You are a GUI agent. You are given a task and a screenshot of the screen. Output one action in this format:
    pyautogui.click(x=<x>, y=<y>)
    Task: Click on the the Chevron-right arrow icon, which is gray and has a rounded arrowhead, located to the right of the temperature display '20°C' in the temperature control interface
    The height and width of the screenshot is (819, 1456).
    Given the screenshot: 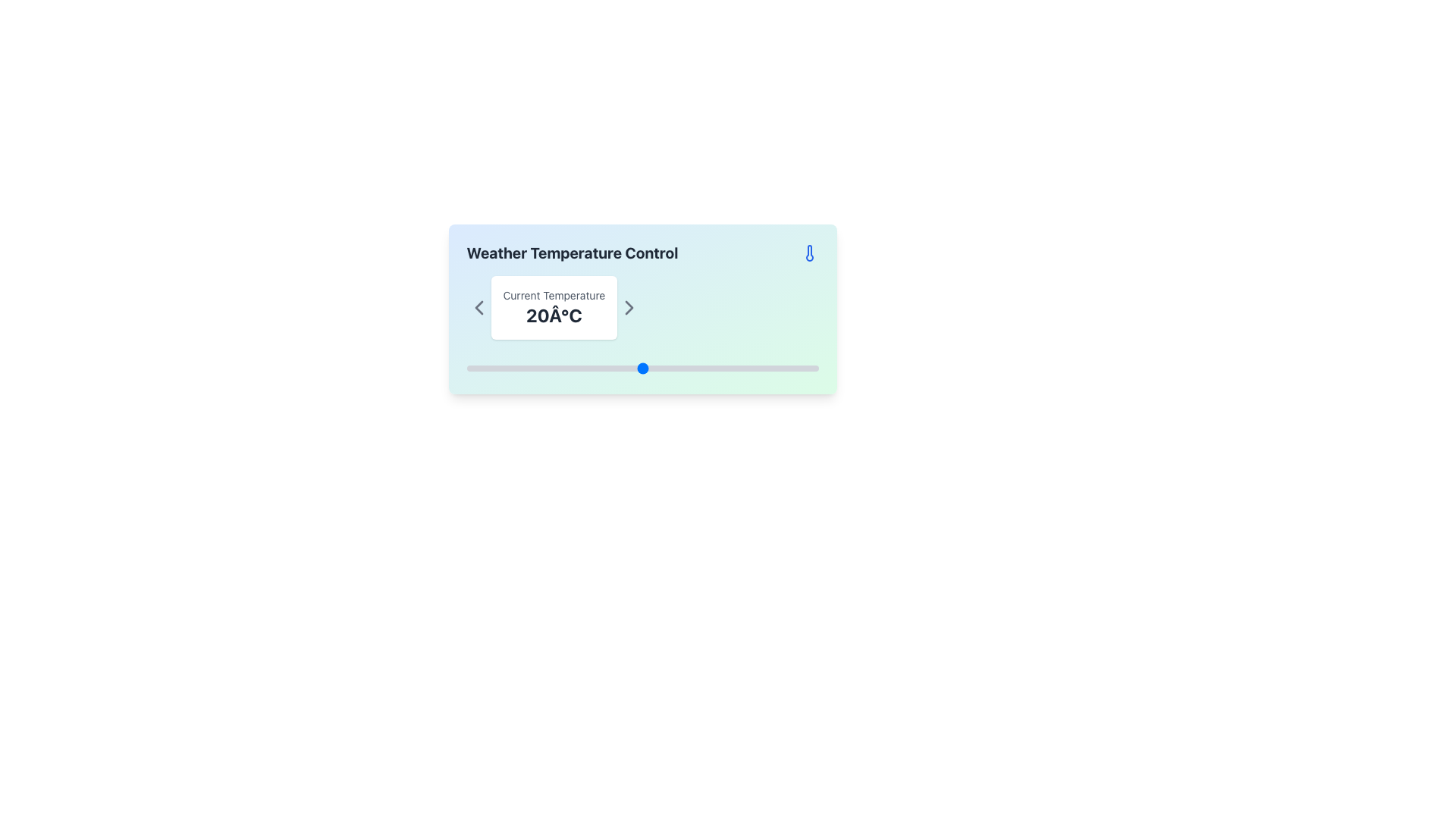 What is the action you would take?
    pyautogui.click(x=629, y=307)
    